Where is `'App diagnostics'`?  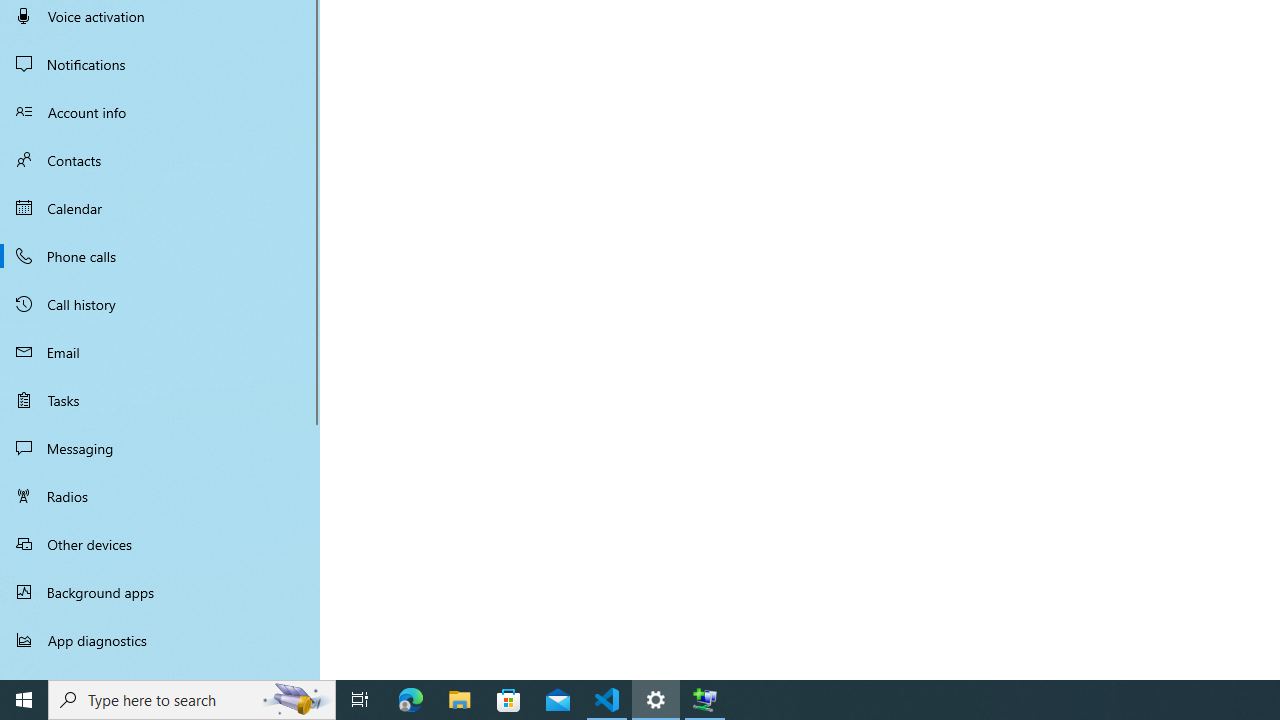 'App diagnostics' is located at coordinates (160, 640).